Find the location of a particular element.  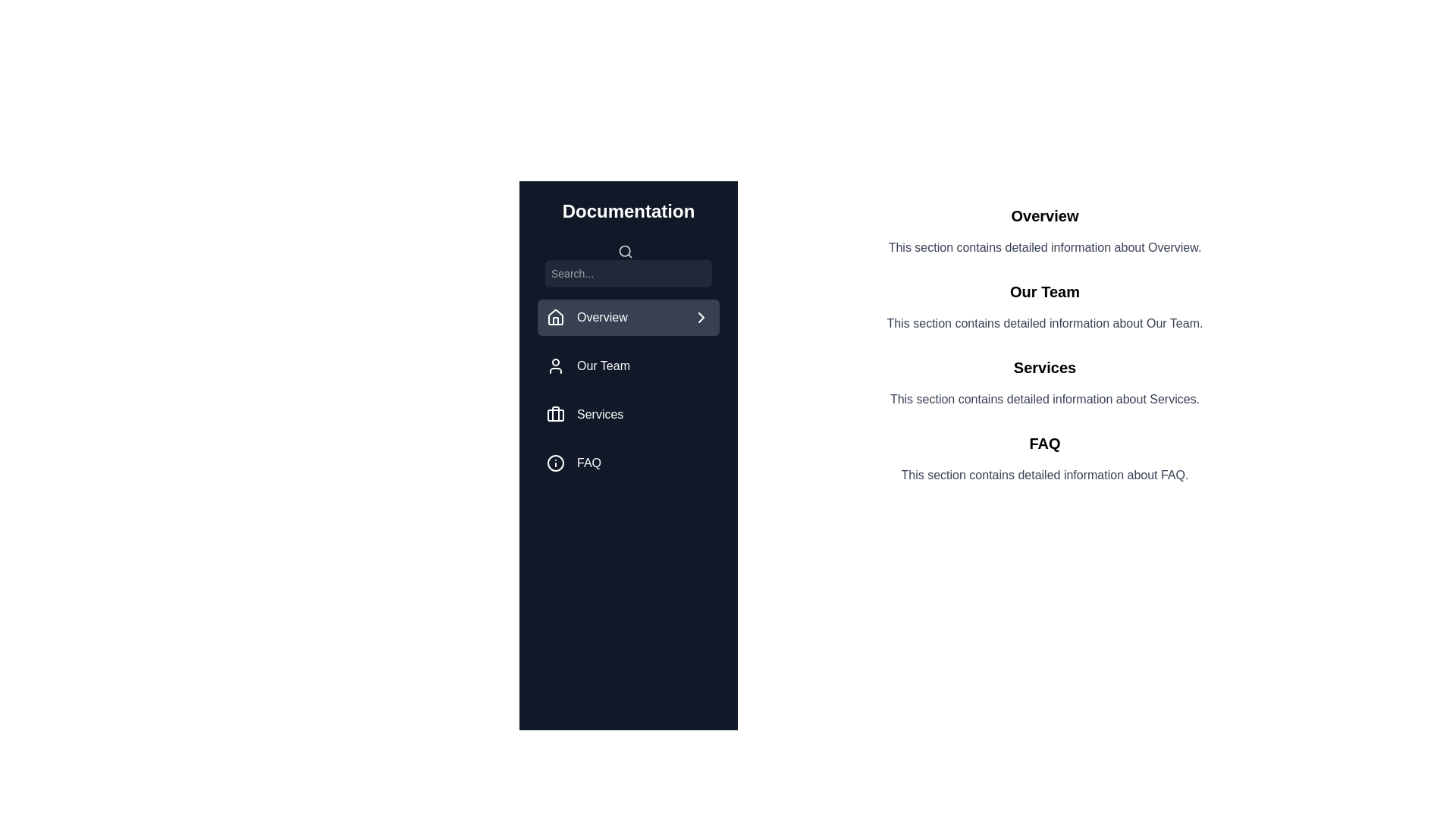

the static text label 'Overview', which is styled in white on a dark background and located in the top-left sidebar menu beneath the 'Documentation' title is located at coordinates (601, 317).